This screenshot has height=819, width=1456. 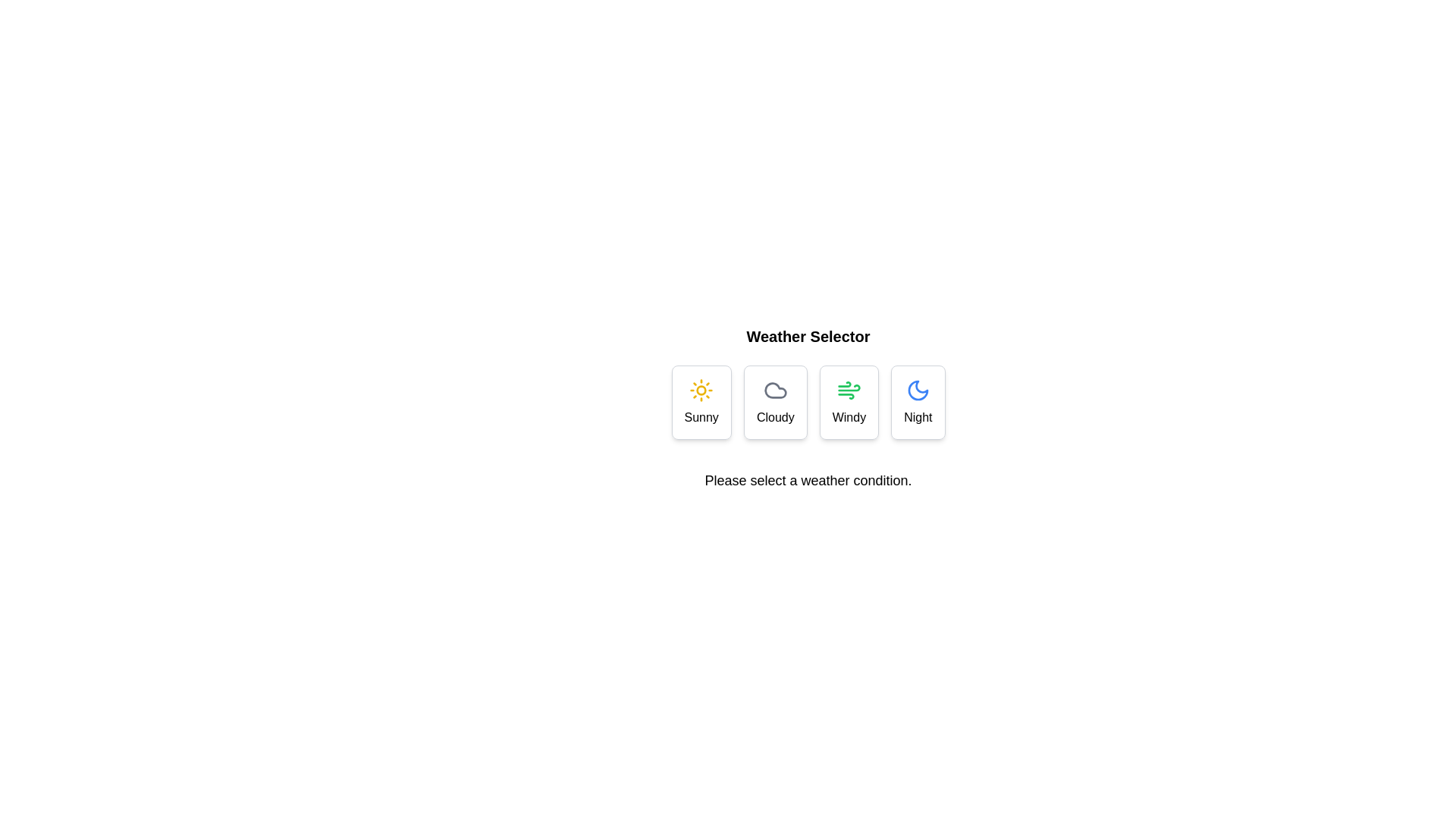 What do you see at coordinates (775, 390) in the screenshot?
I see `the cloud icon located in the second tile labeled 'Cloudy' in the weather selection interface` at bounding box center [775, 390].